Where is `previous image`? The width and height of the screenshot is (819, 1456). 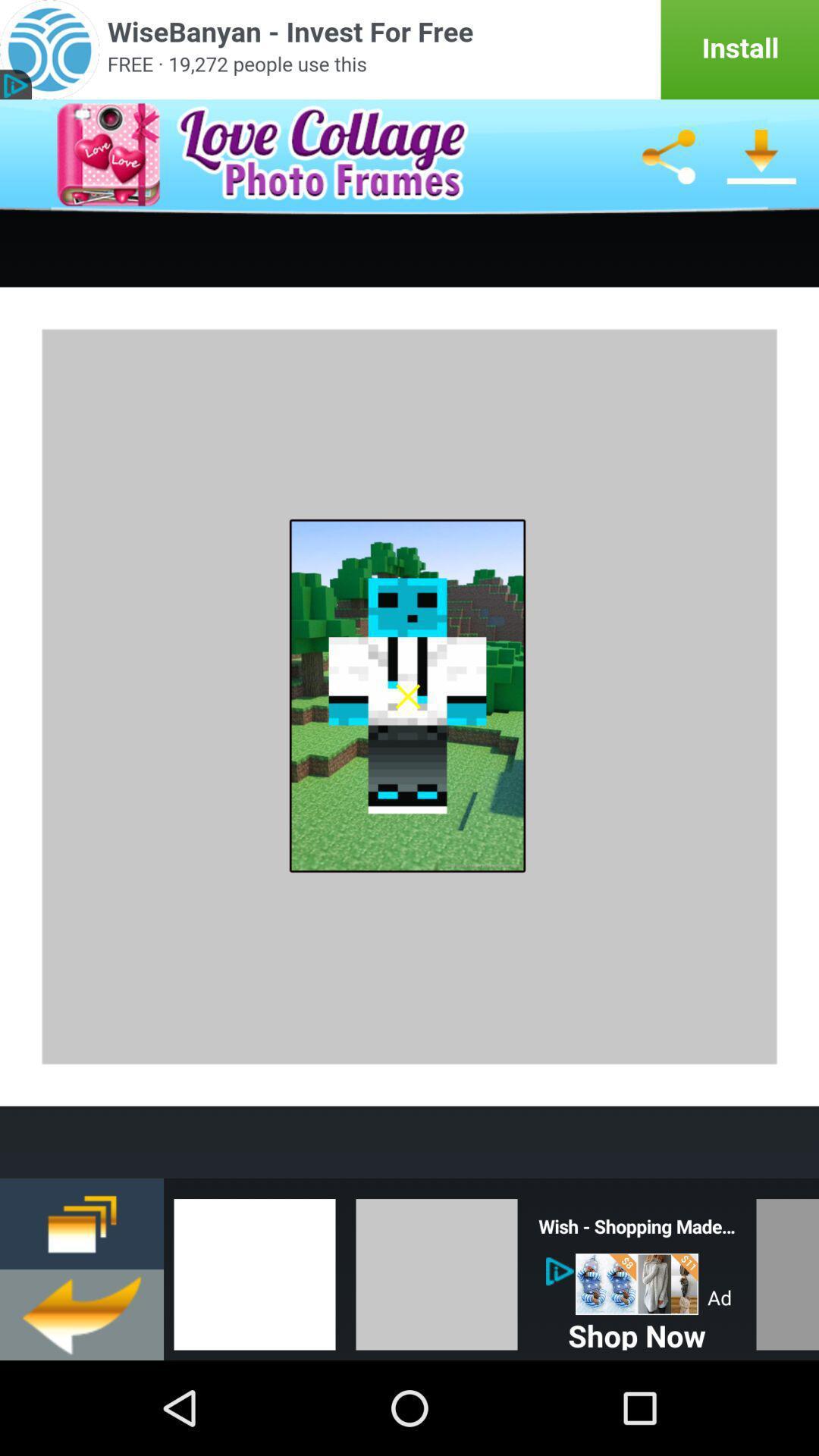
previous image is located at coordinates (253, 1269).